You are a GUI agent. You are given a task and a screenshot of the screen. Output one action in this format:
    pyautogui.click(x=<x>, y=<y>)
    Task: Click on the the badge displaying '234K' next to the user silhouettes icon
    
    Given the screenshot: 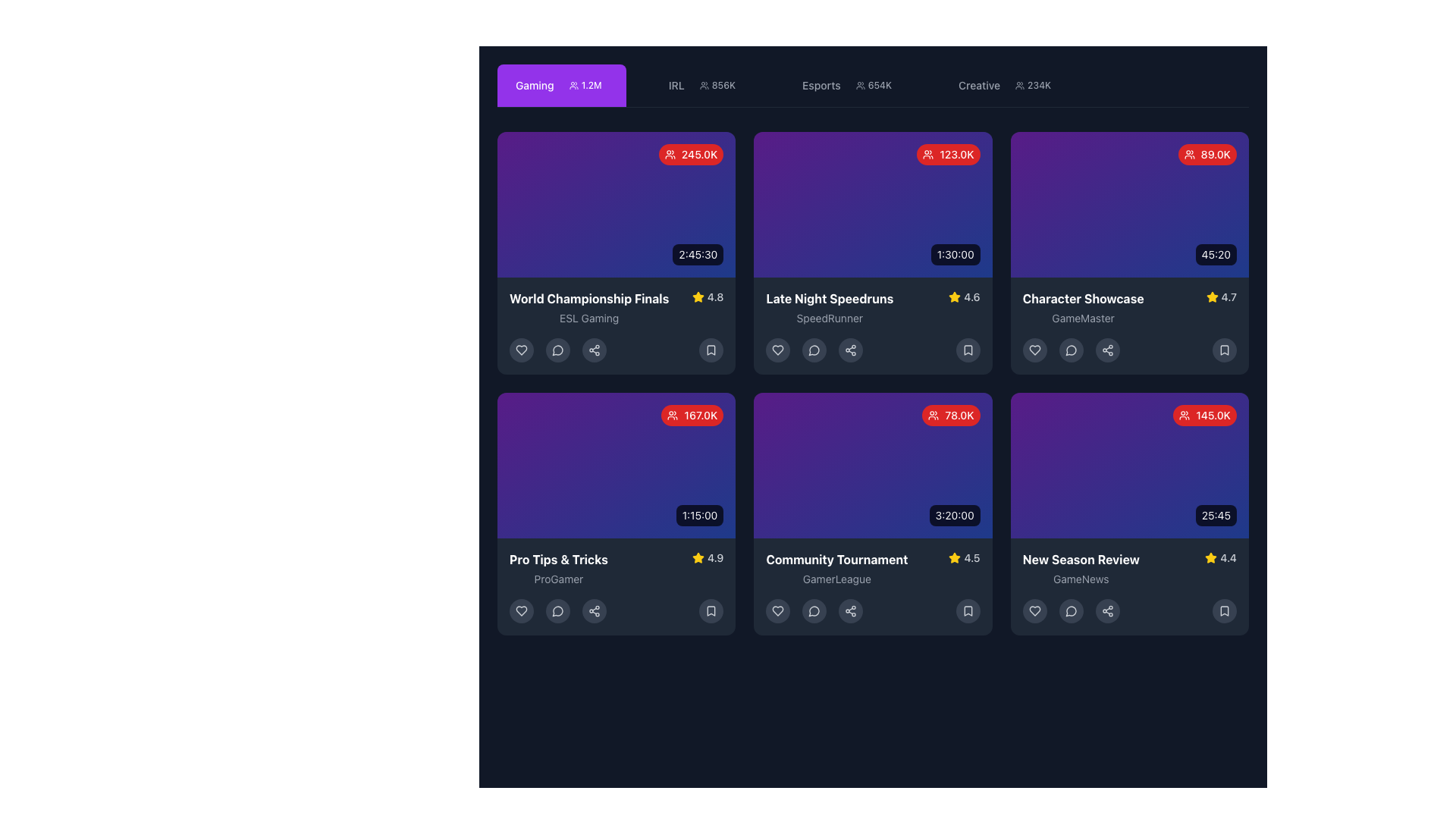 What is the action you would take?
    pyautogui.click(x=1032, y=85)
    